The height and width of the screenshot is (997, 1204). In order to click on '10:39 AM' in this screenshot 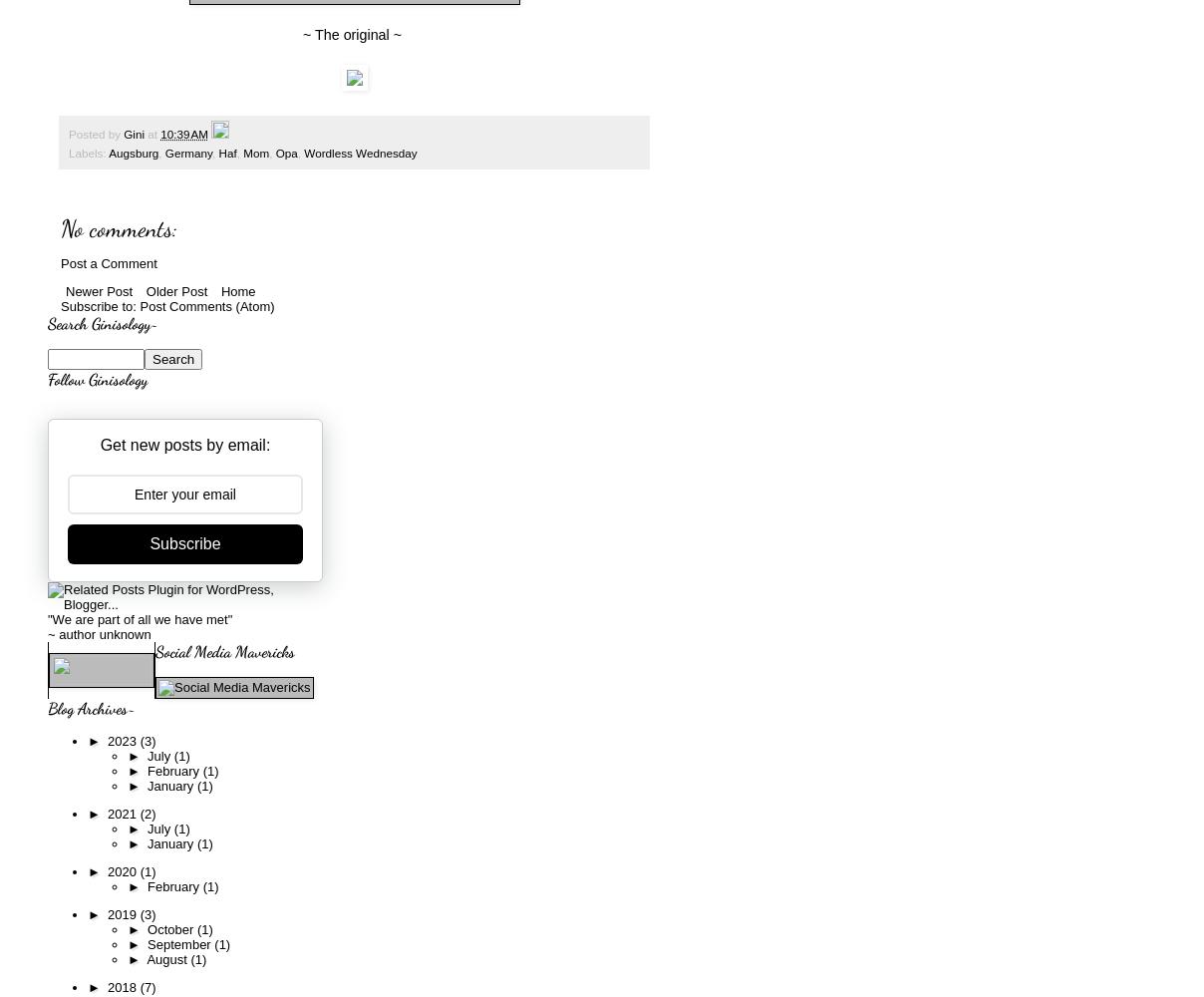, I will do `click(183, 134)`.